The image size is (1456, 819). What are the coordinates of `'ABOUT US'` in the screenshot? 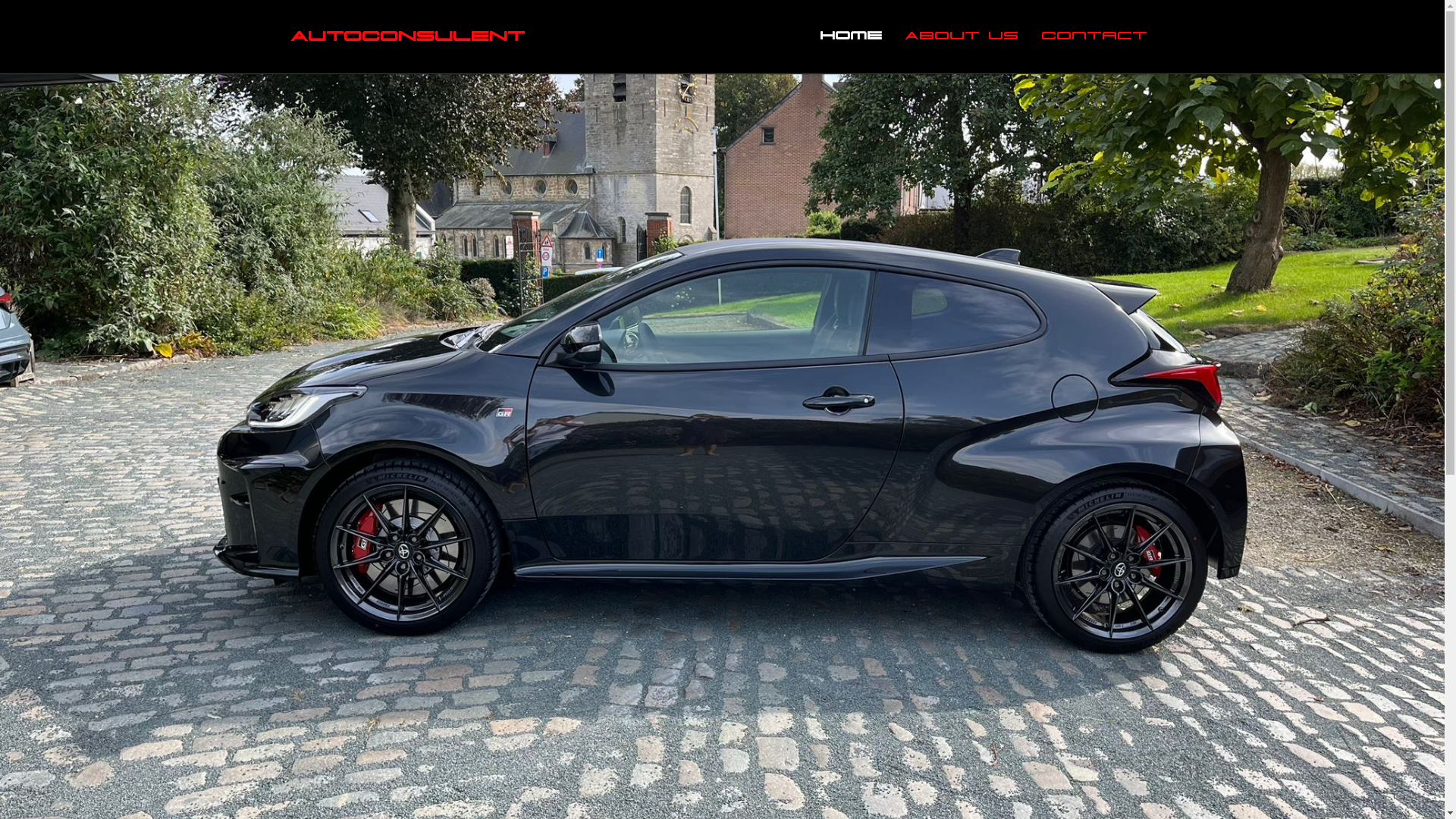 It's located at (960, 35).